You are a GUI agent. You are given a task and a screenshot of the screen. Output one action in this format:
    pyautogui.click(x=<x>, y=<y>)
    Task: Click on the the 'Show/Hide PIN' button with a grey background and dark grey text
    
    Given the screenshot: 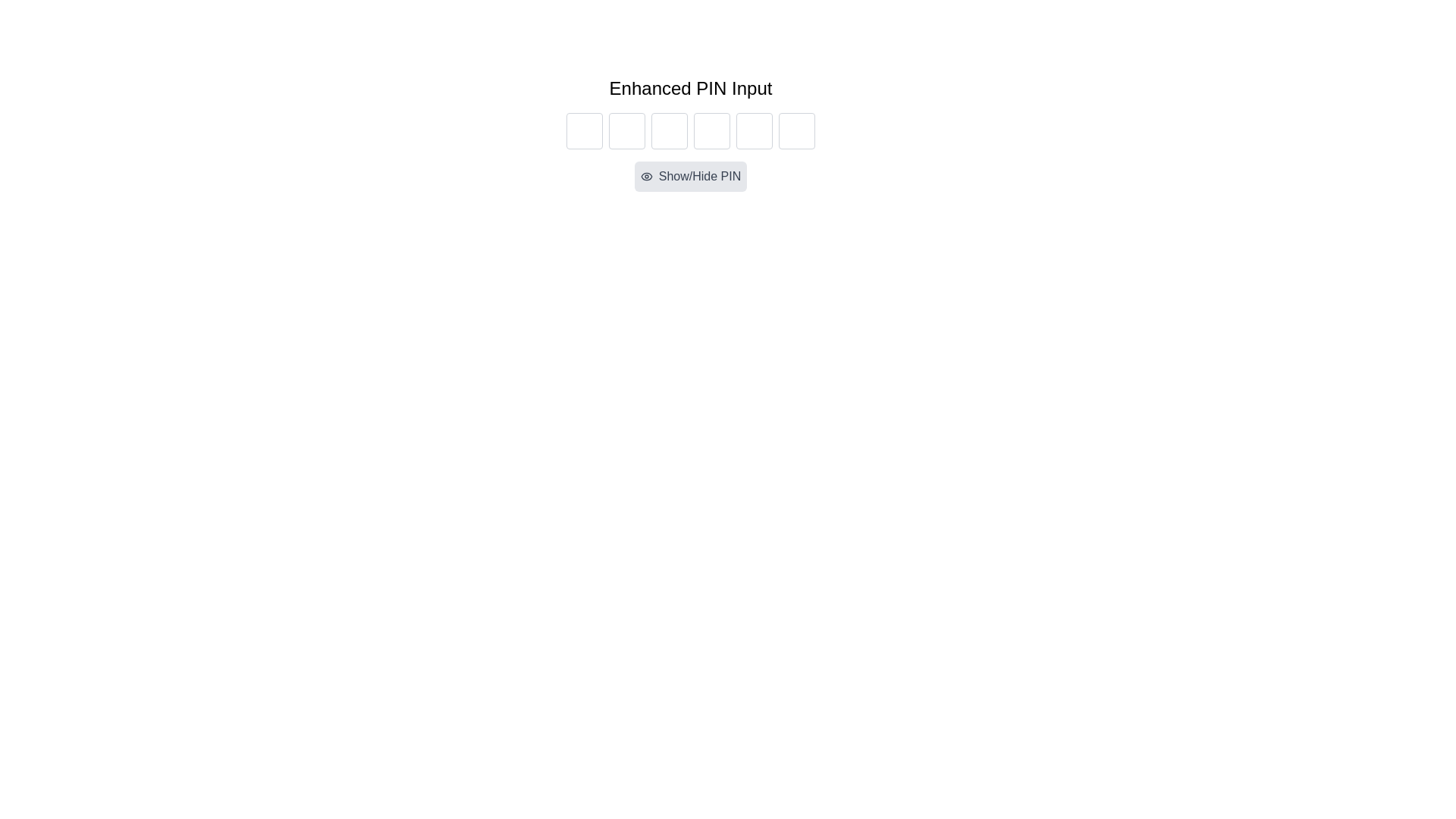 What is the action you would take?
    pyautogui.click(x=690, y=175)
    